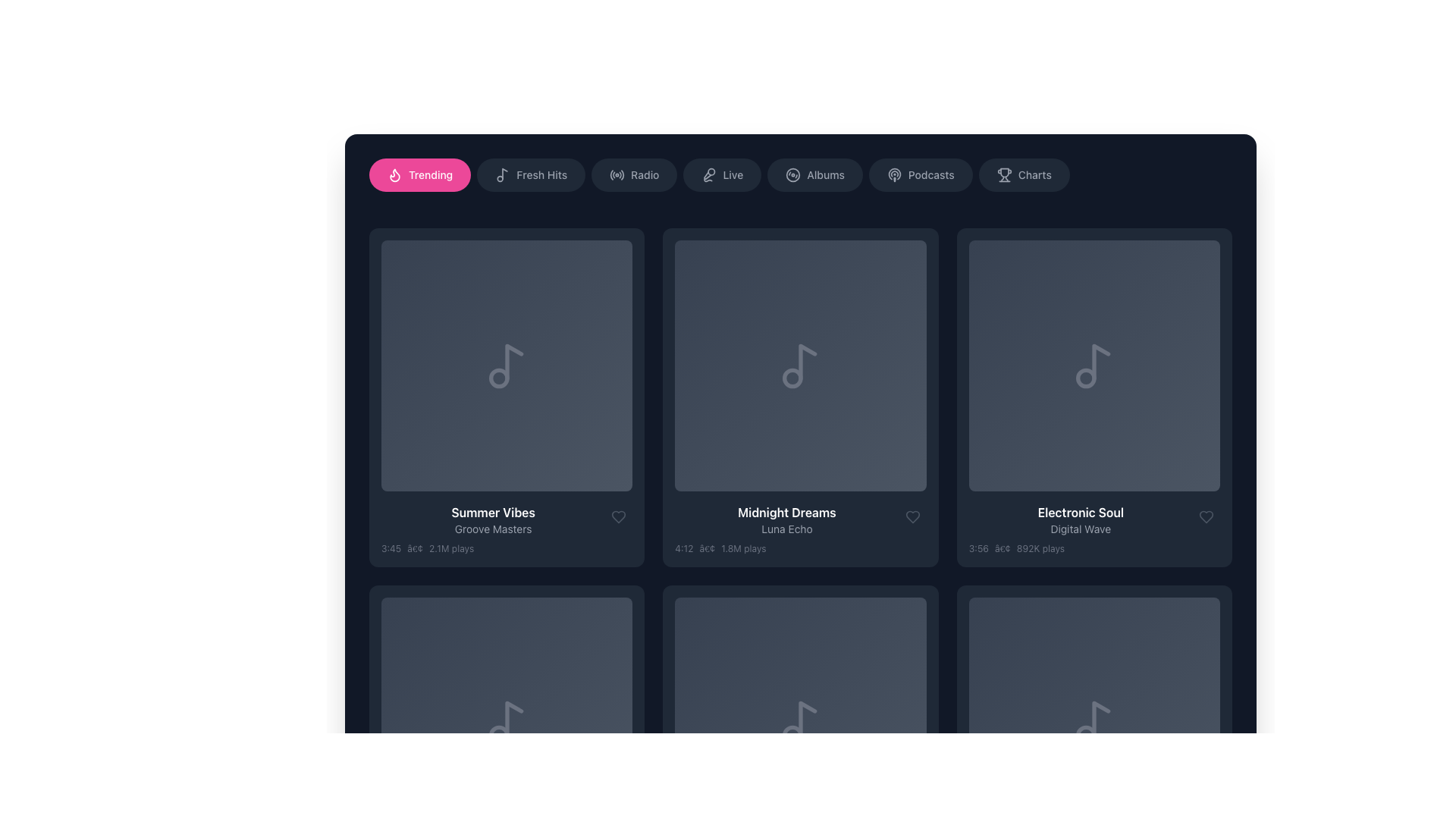  What do you see at coordinates (507, 397) in the screenshot?
I see `the circular play button located at the center of the 'Summer Vibes' grid item` at bounding box center [507, 397].